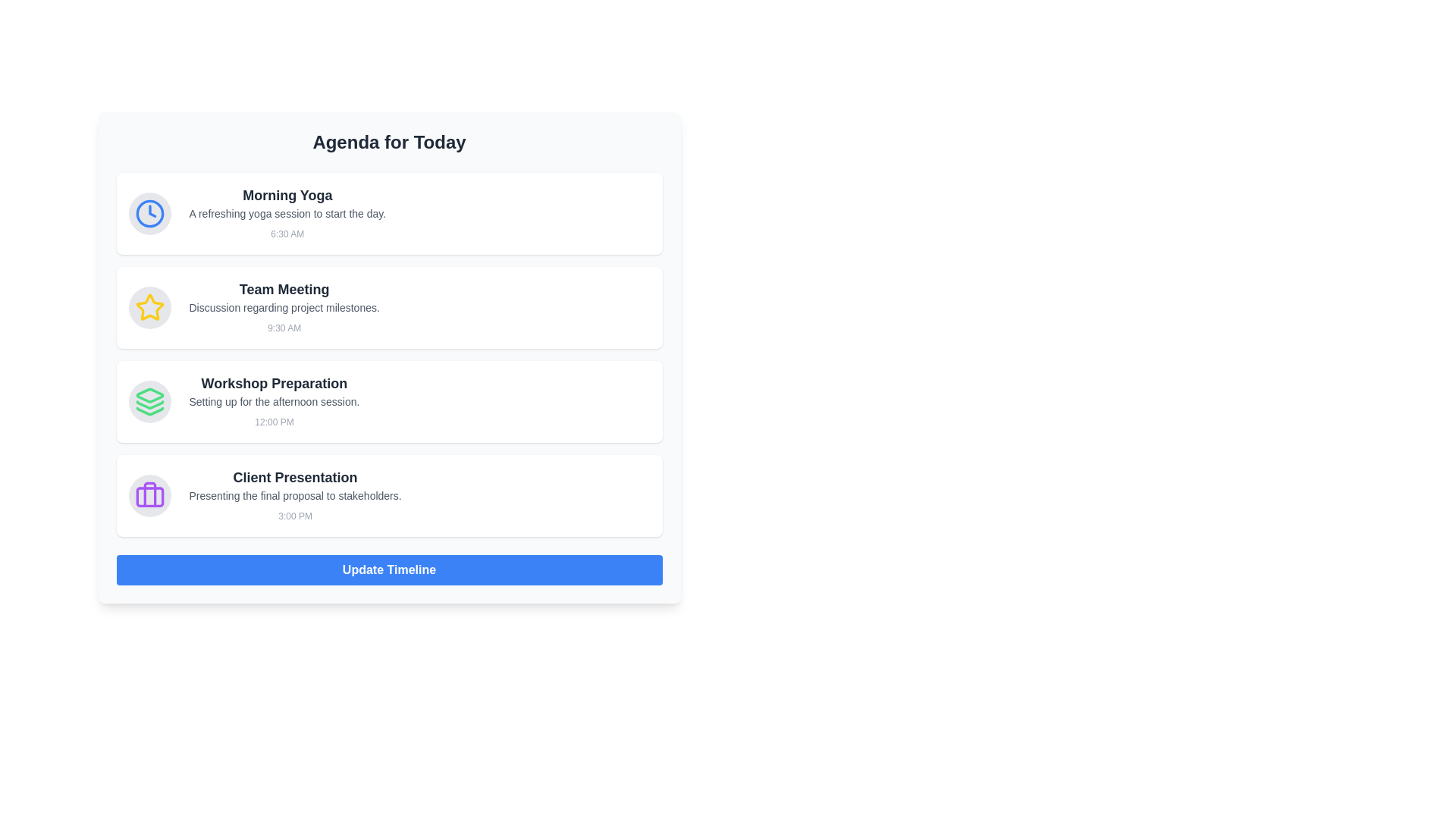  What do you see at coordinates (295, 496) in the screenshot?
I see `the text element displaying 'Presenting the final proposal to stakeholders.' which is located in the bottom card of the agenda list, below 'Client Presentation'` at bounding box center [295, 496].